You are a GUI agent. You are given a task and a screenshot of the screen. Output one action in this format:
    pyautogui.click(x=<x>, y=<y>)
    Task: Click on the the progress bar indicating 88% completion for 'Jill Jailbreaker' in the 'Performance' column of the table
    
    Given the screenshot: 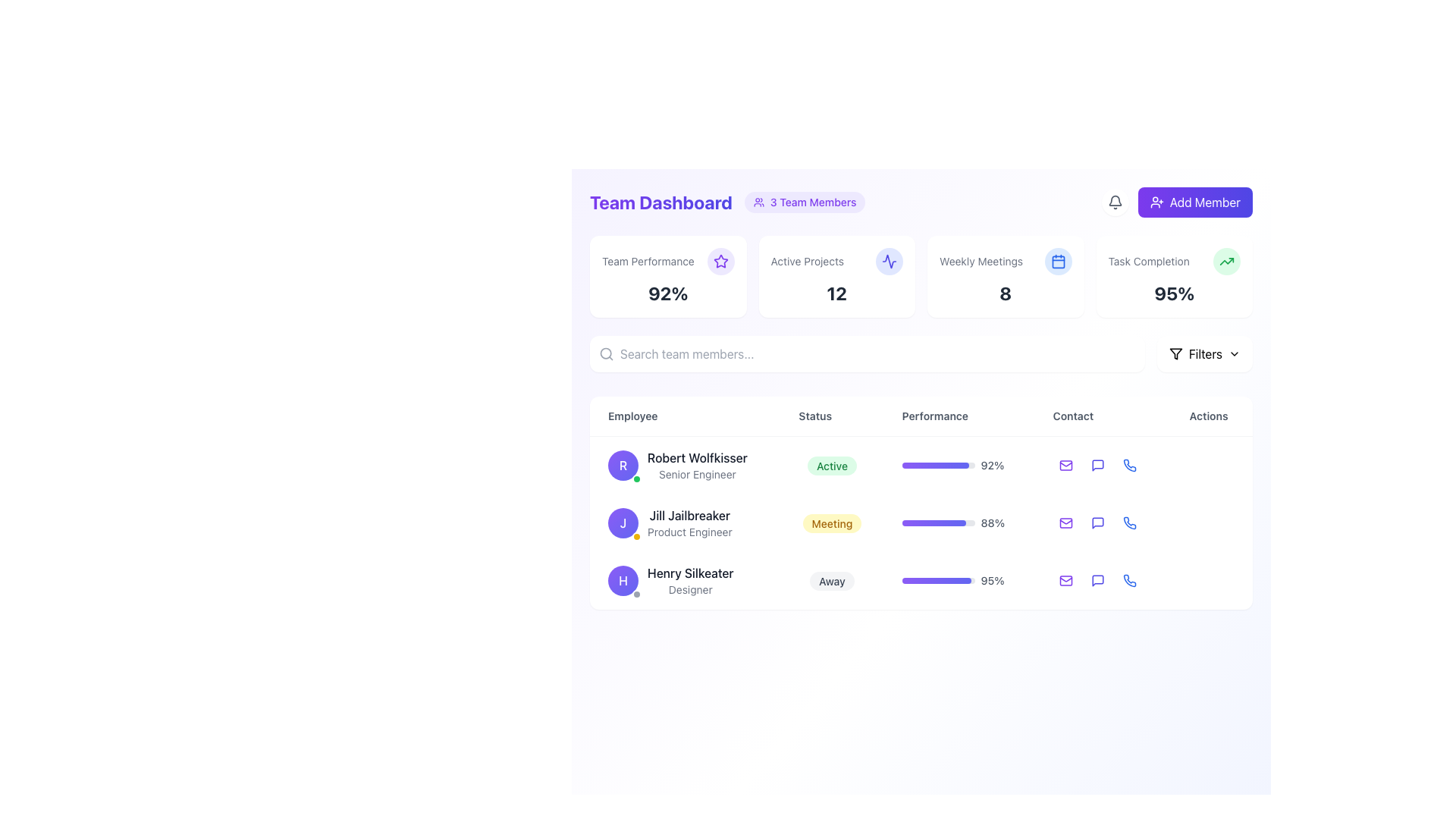 What is the action you would take?
    pyautogui.click(x=937, y=522)
    